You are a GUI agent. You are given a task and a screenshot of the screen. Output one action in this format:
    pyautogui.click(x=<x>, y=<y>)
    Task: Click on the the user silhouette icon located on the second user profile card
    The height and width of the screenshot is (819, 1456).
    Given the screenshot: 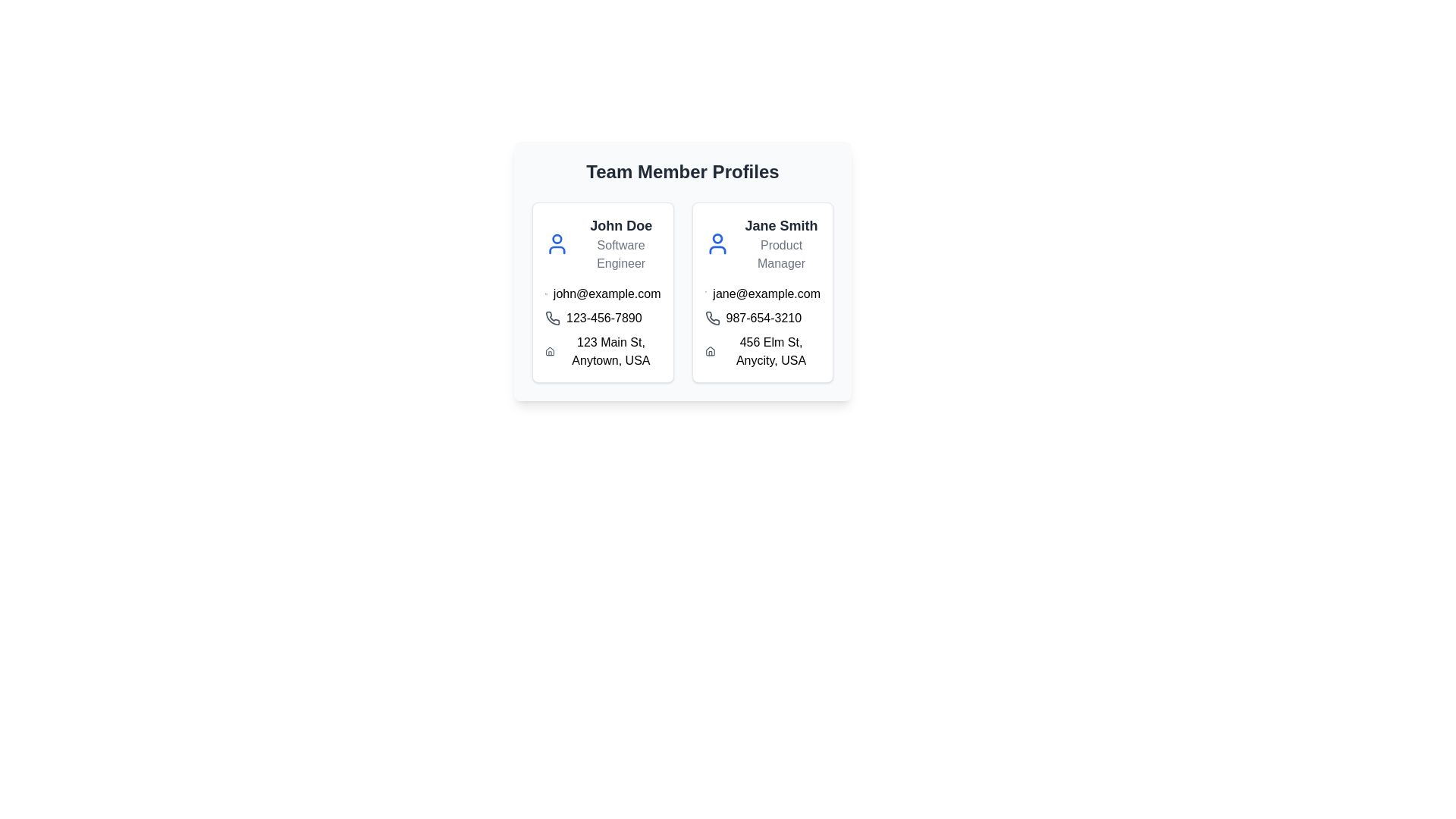 What is the action you would take?
    pyautogui.click(x=717, y=243)
    